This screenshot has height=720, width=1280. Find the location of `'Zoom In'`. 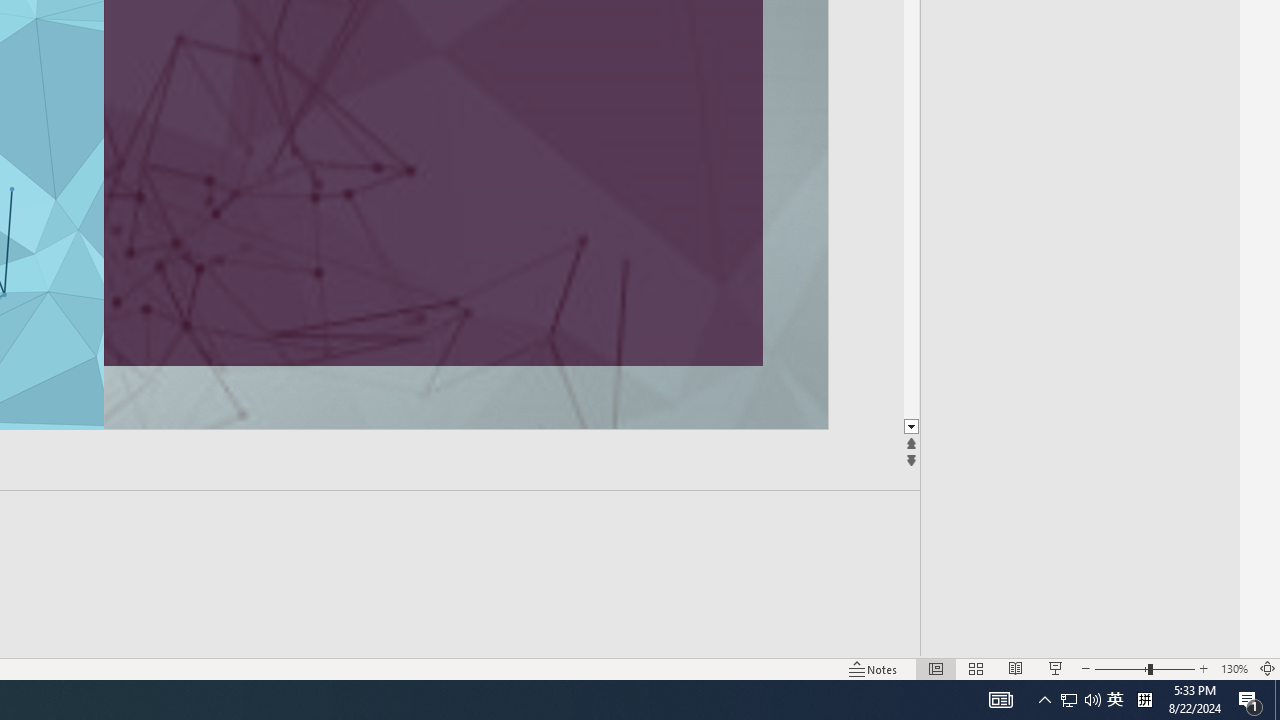

'Zoom In' is located at coordinates (1203, 669).